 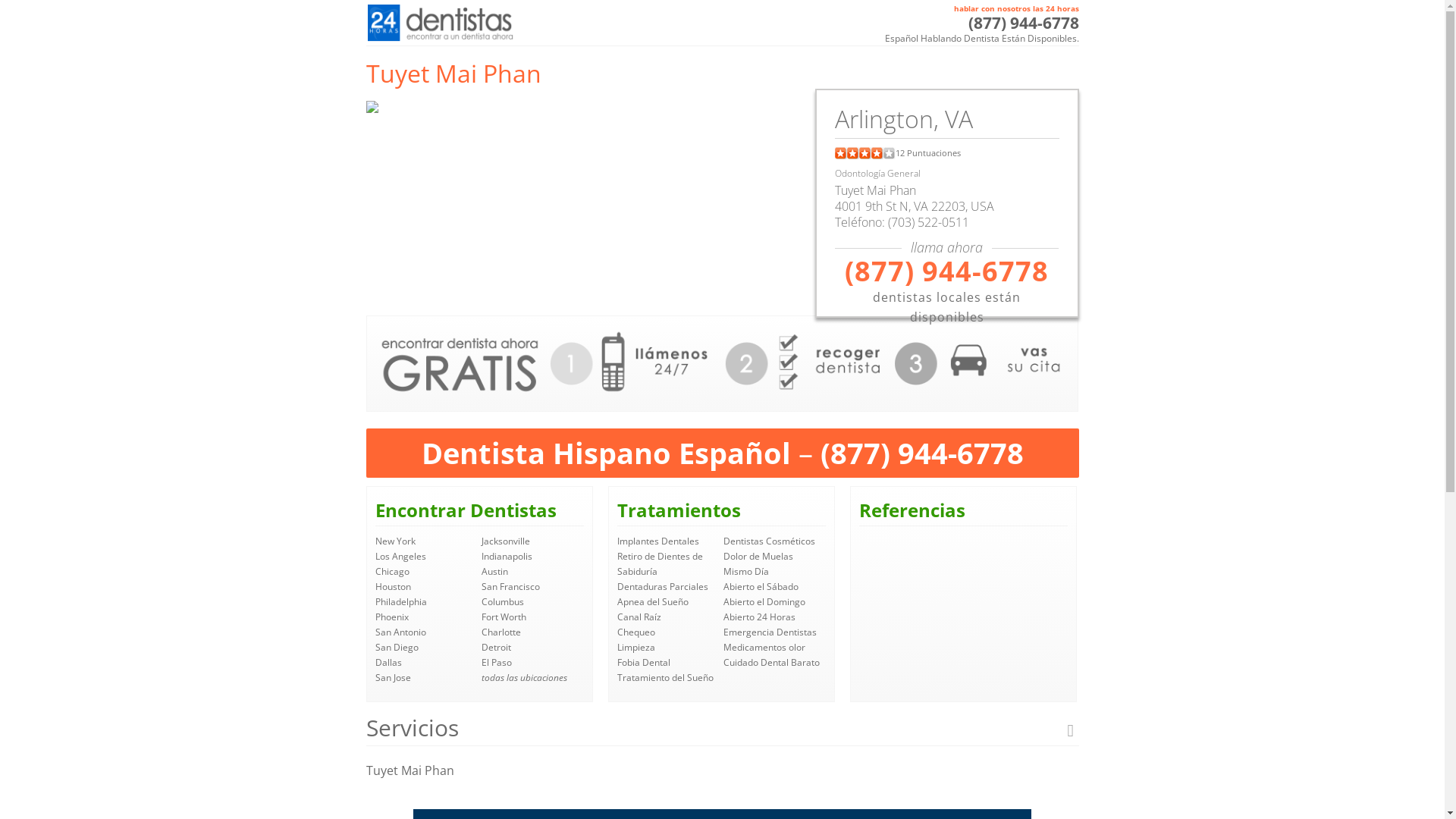 What do you see at coordinates (510, 585) in the screenshot?
I see `'San Francisco'` at bounding box center [510, 585].